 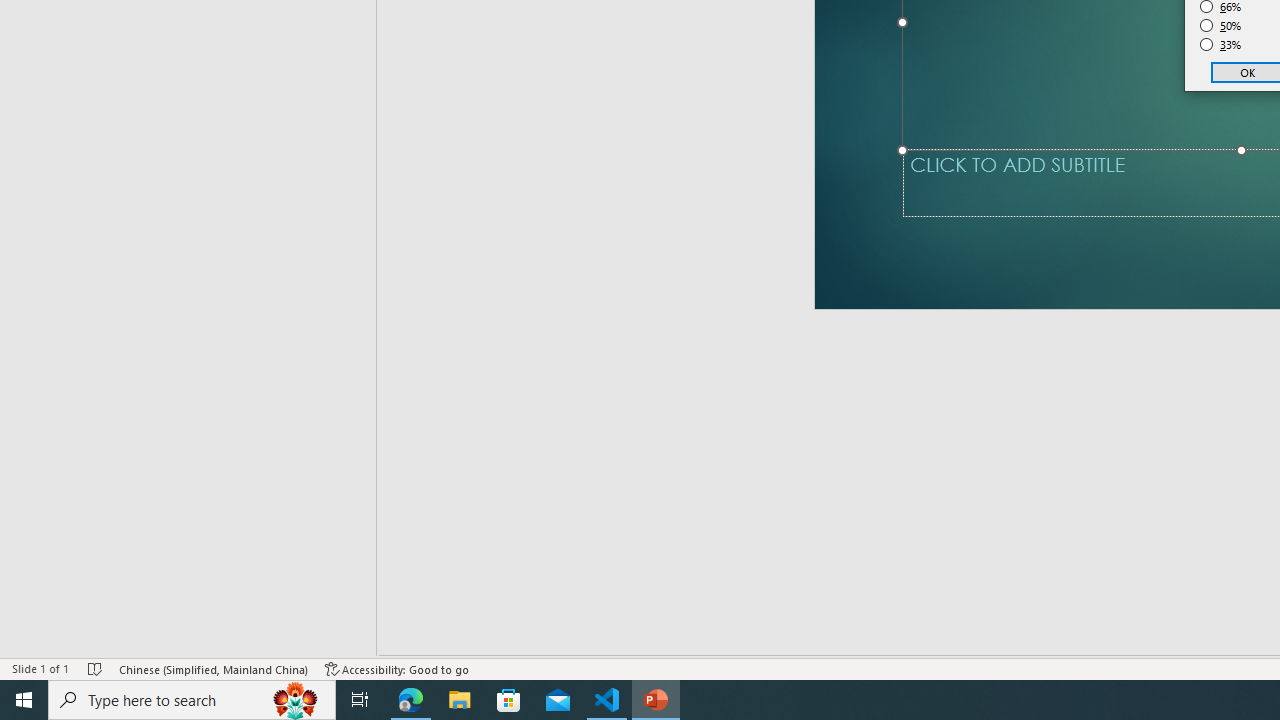 I want to click on 'Start', so click(x=24, y=698).